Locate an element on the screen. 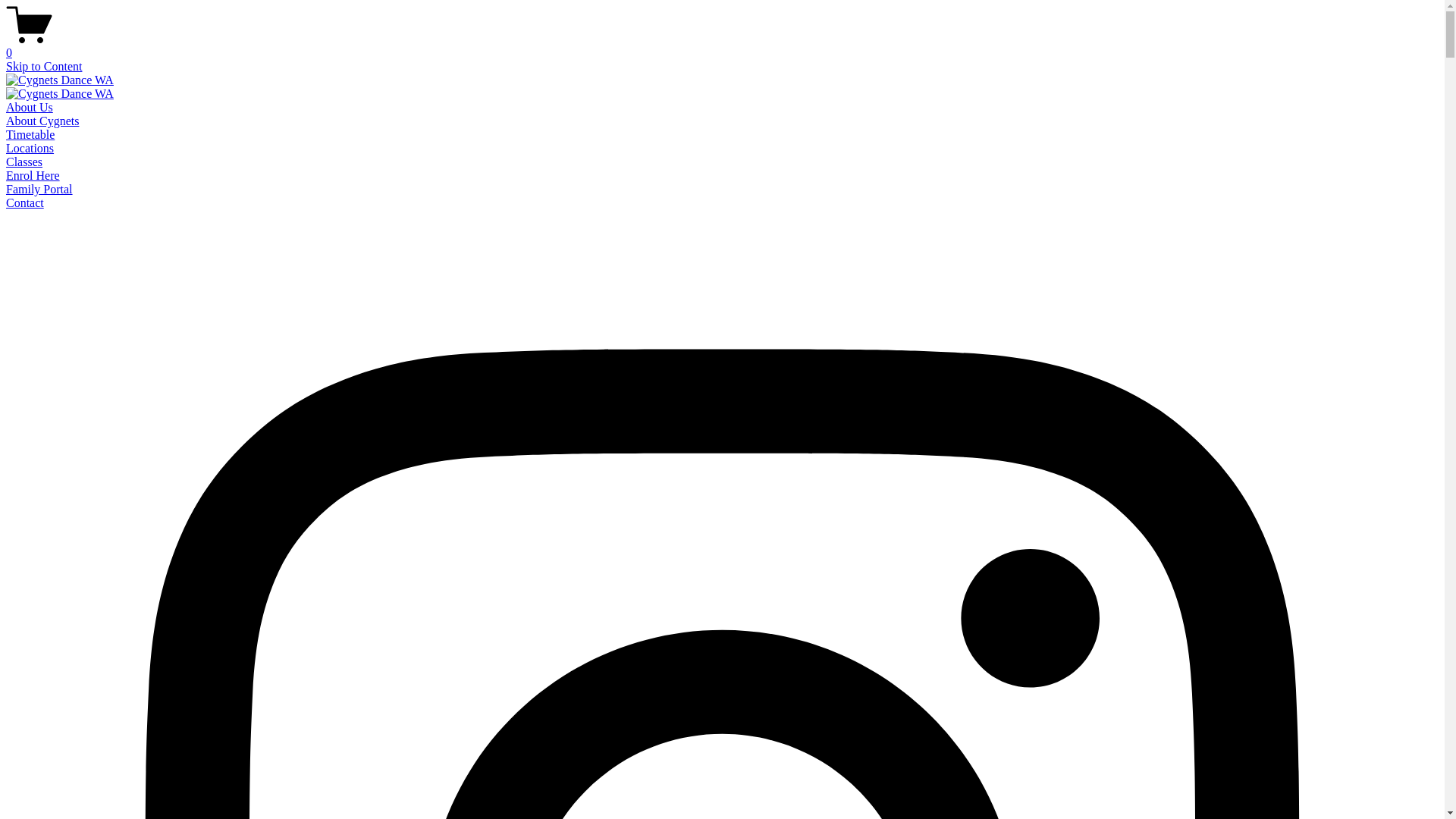  'Contact' is located at coordinates (6, 202).